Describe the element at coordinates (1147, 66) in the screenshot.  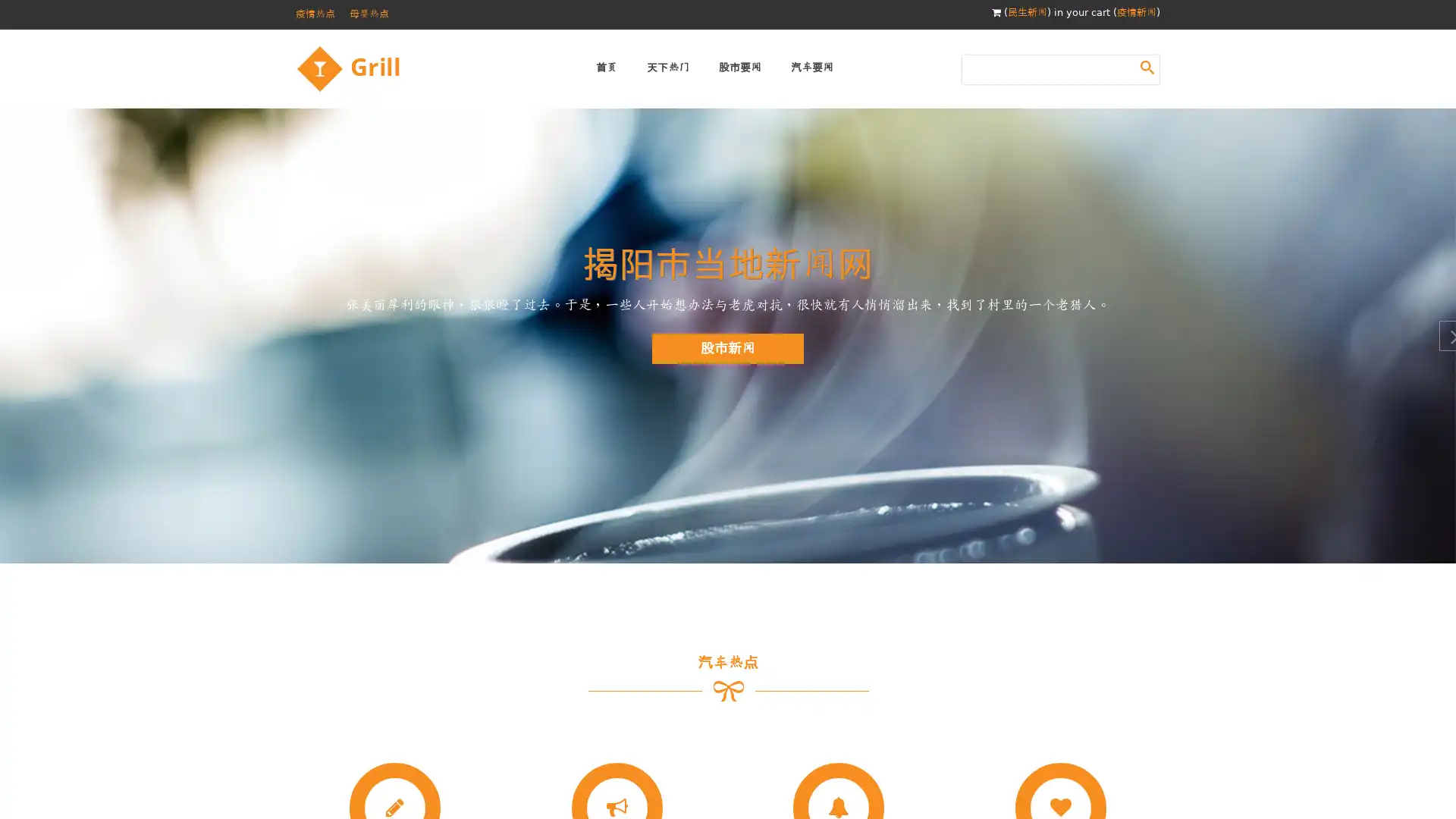
I see `Submit` at that location.